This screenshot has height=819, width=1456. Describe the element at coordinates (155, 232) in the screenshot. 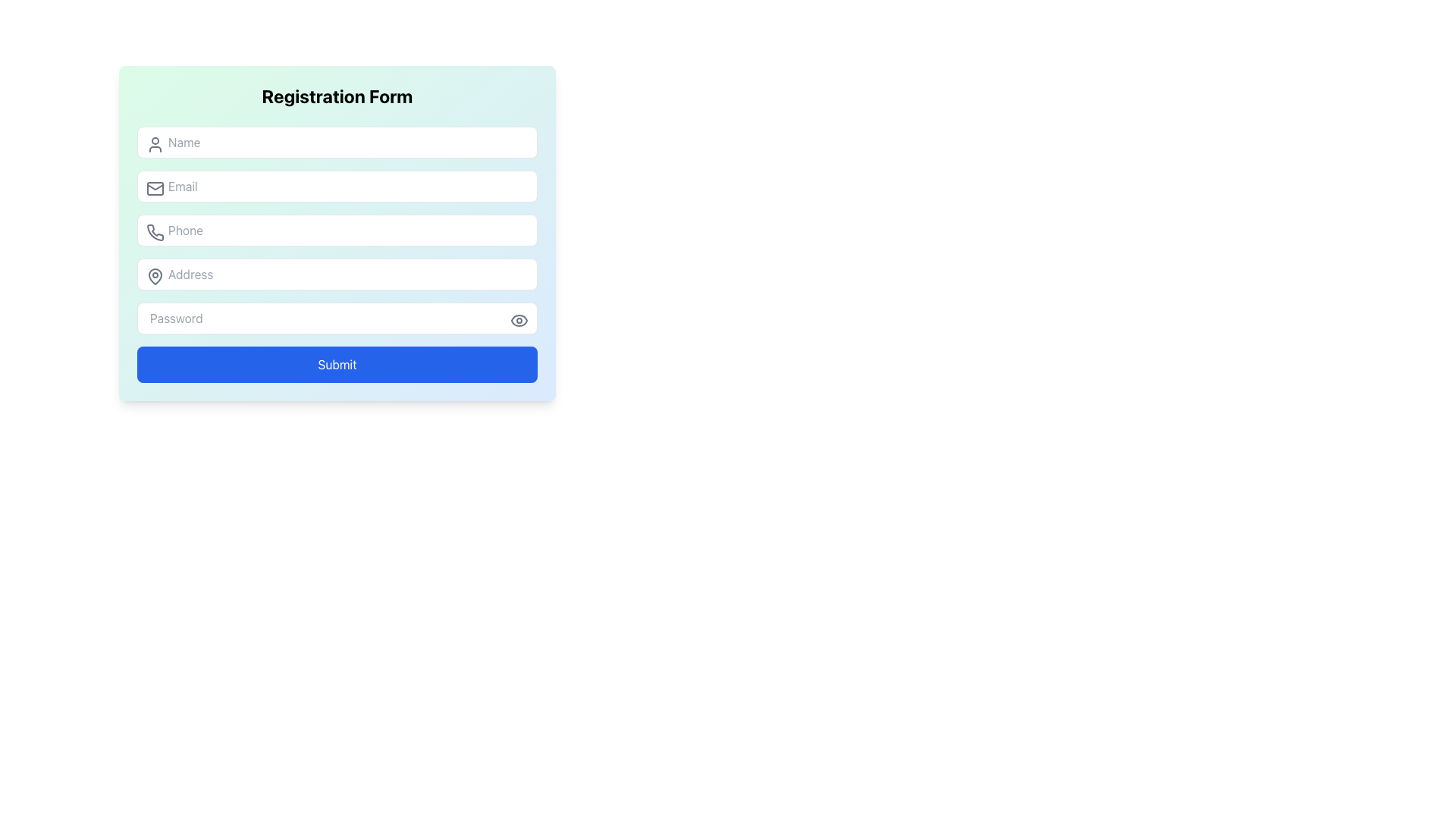

I see `the phone number input field icon, which is positioned to the left side of the field adjacent to the text indicating 'Phone.'` at that location.